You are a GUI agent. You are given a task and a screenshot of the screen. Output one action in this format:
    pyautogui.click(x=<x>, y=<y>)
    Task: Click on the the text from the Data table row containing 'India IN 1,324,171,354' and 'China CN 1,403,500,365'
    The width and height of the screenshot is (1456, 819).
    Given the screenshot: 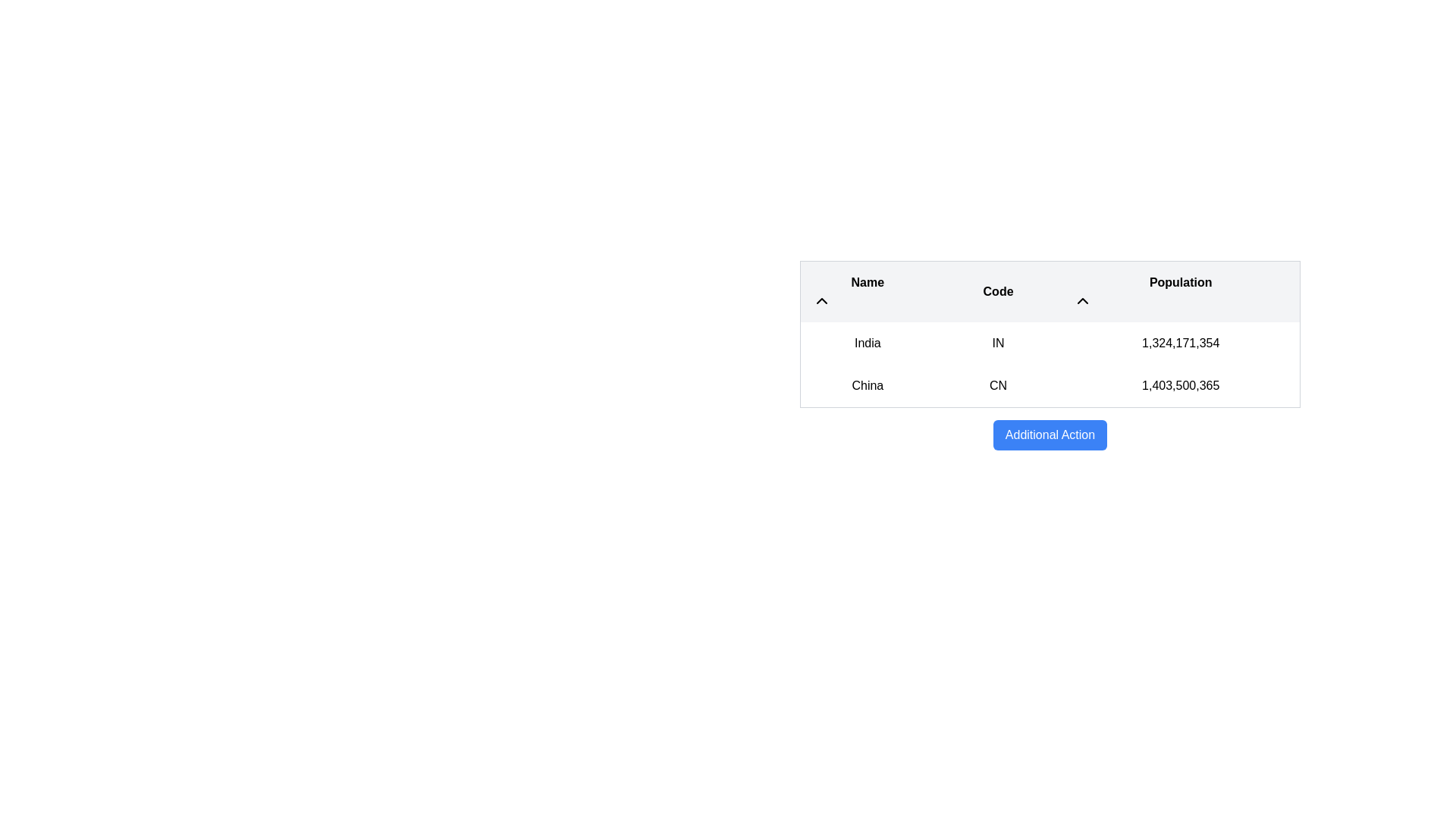 What is the action you would take?
    pyautogui.click(x=1050, y=365)
    